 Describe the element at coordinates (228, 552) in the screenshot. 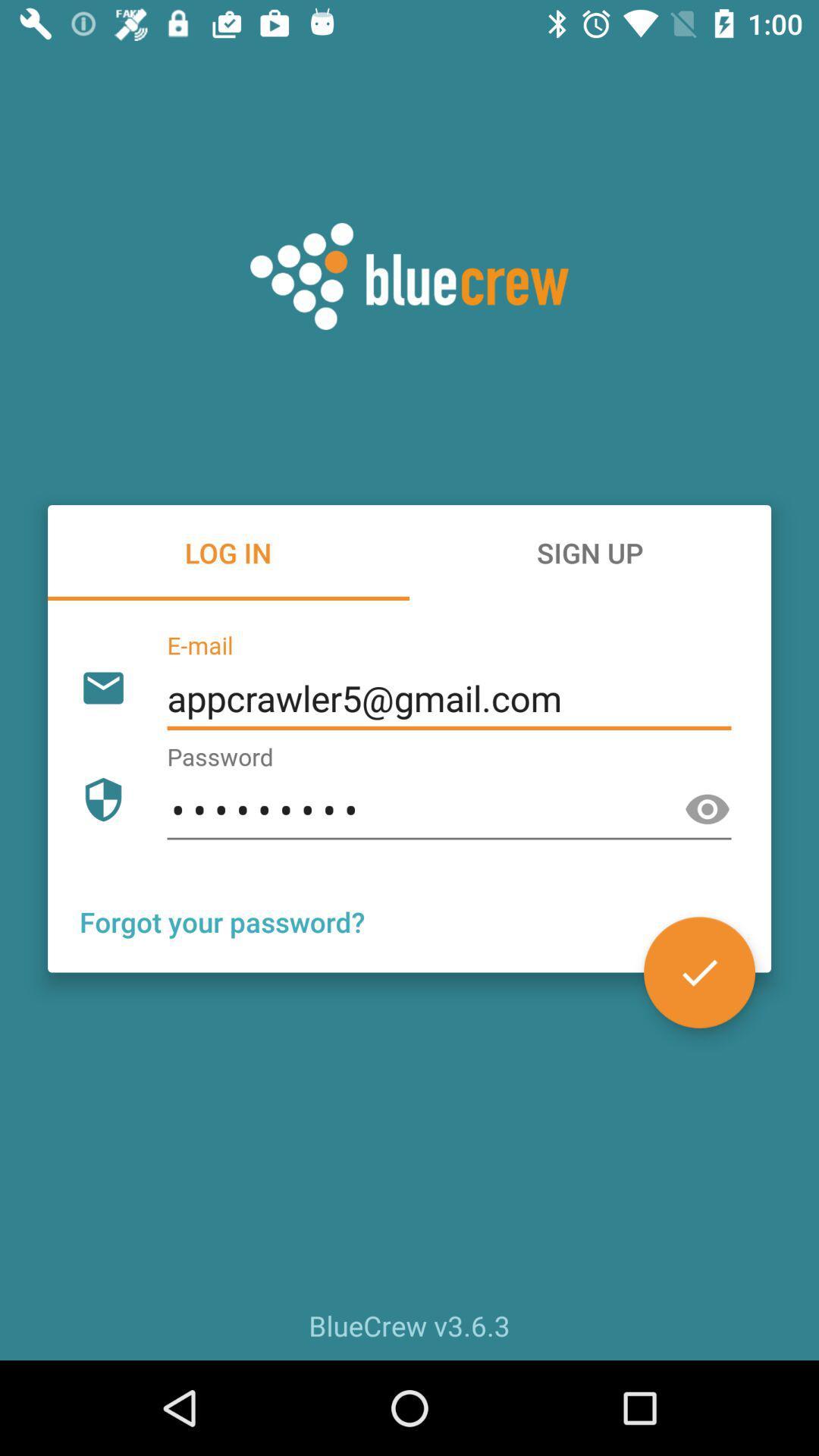

I see `the log in` at that location.